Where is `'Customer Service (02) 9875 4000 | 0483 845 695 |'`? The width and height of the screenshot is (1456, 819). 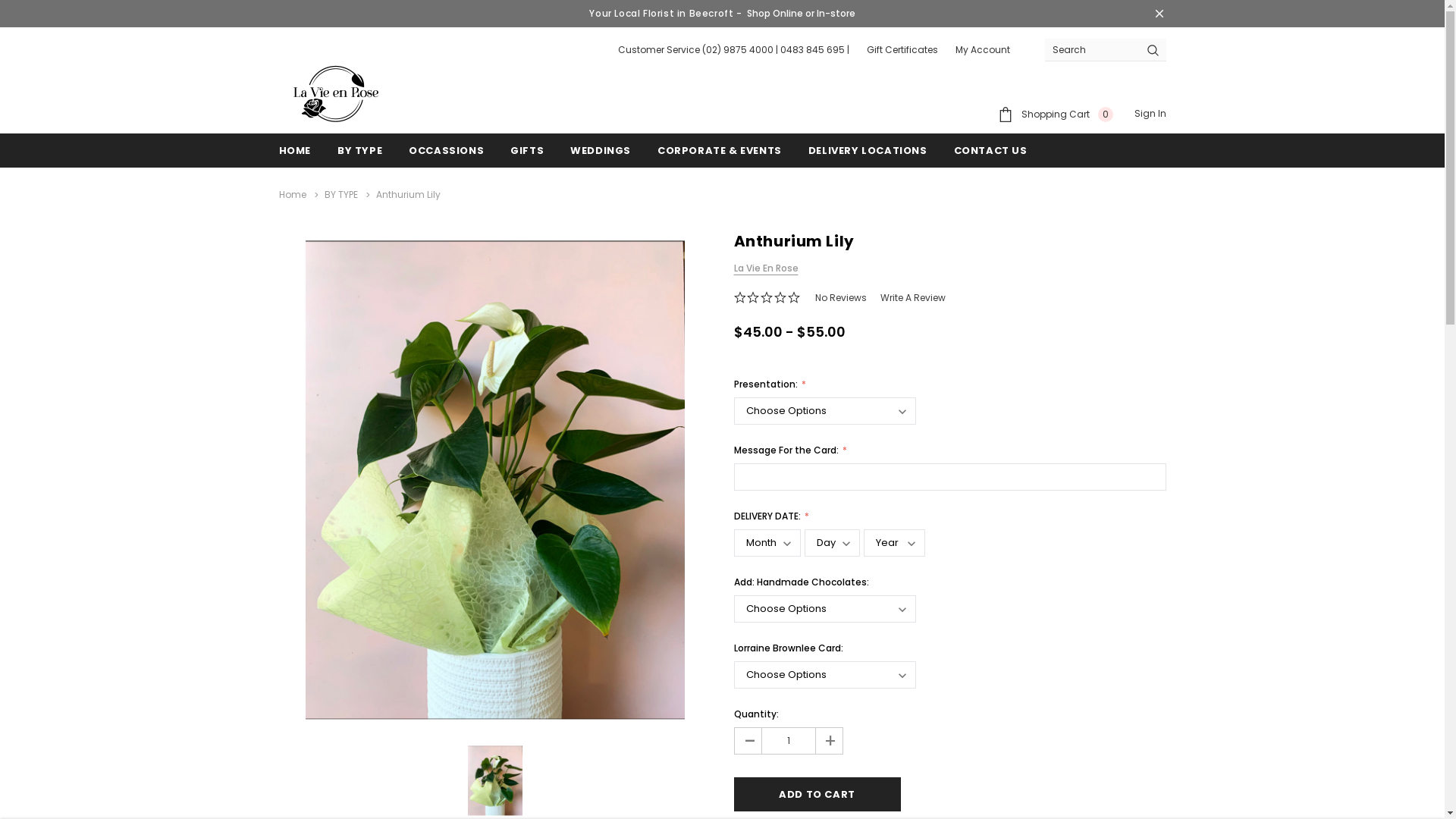 'Customer Service (02) 9875 4000 | 0483 845 695 |' is located at coordinates (733, 49).